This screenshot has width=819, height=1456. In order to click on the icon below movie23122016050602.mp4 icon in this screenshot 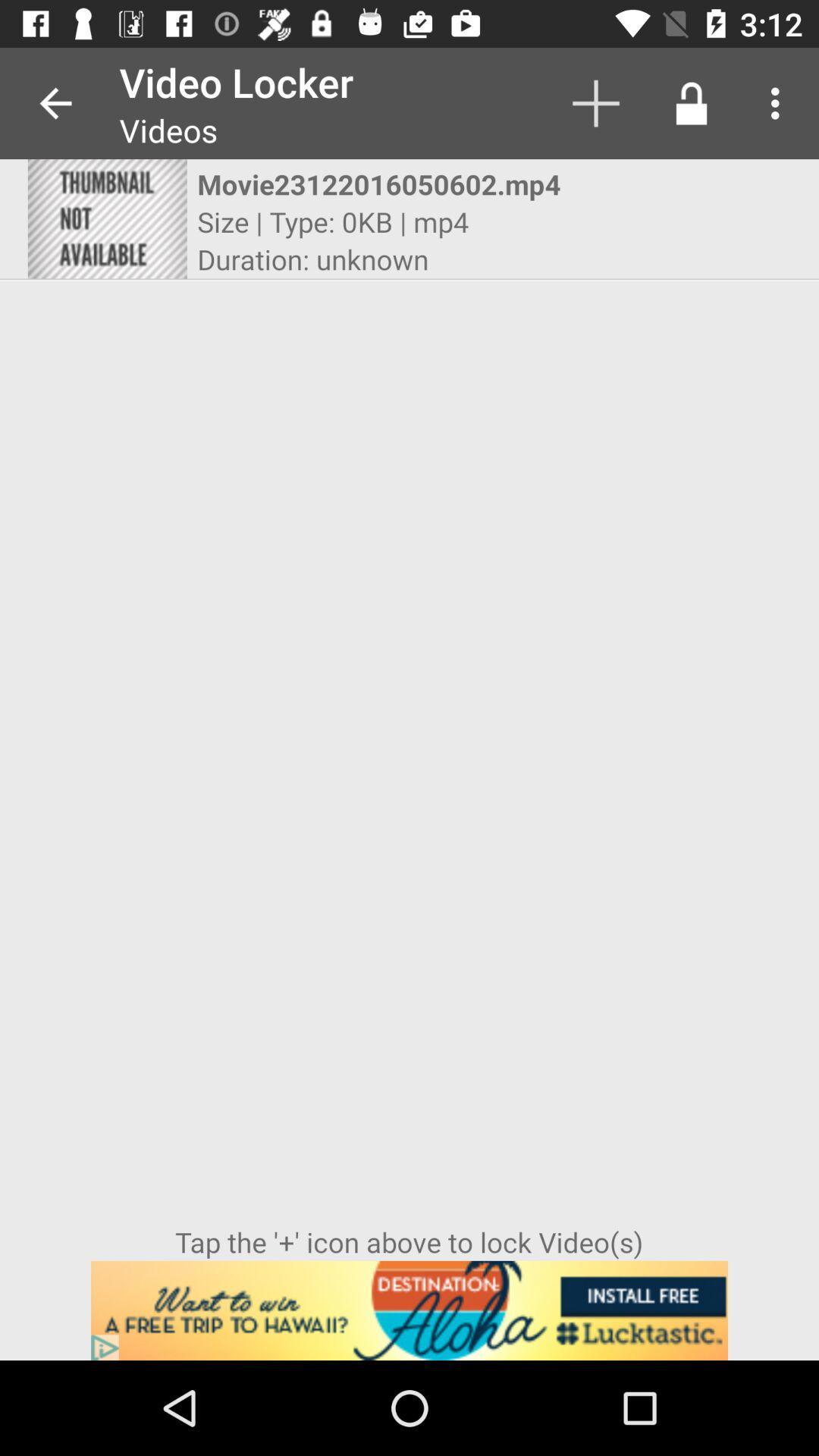, I will do `click(332, 221)`.